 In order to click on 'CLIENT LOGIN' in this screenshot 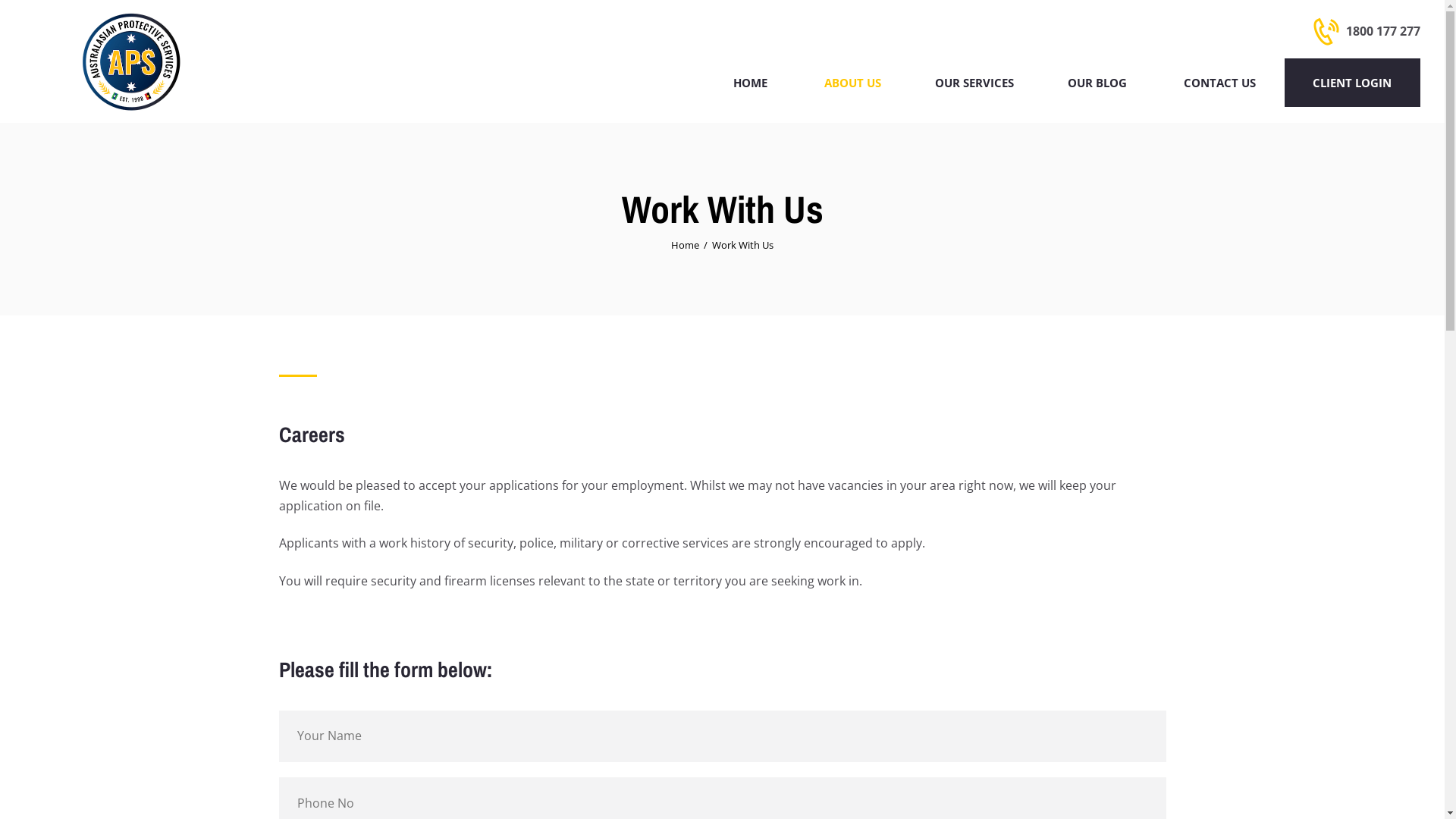, I will do `click(1352, 82)`.